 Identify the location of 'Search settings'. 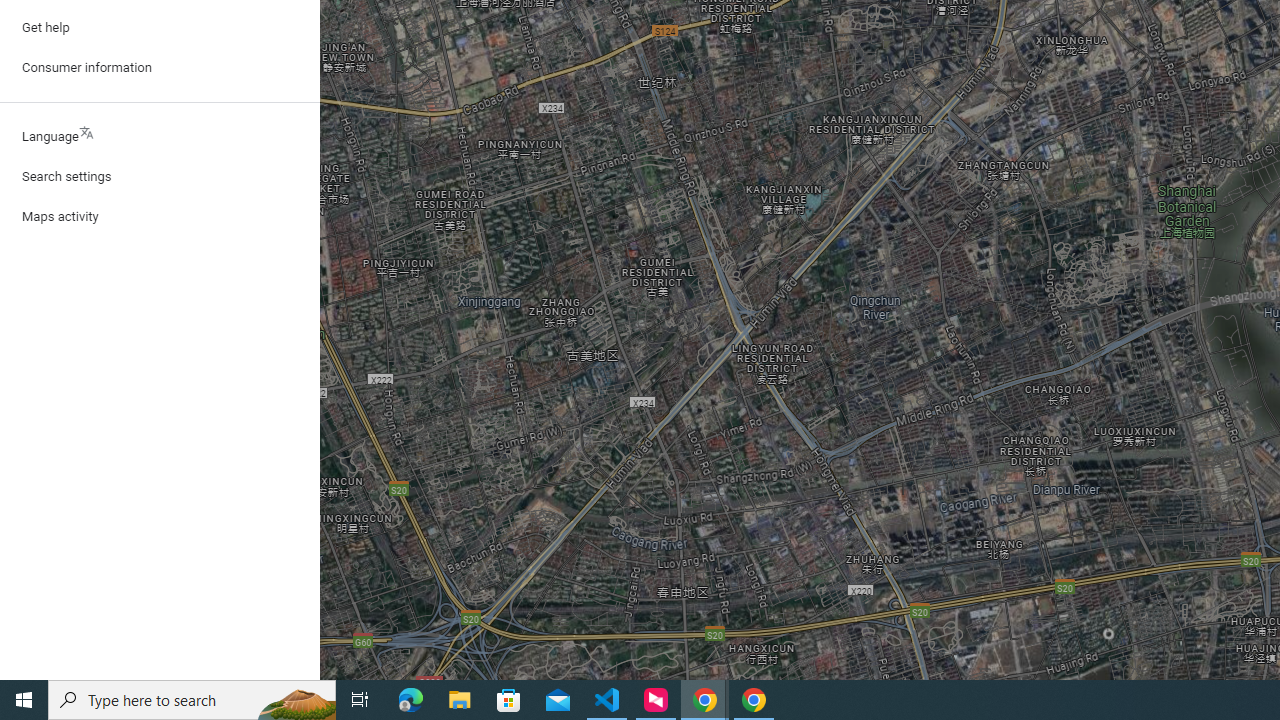
(160, 175).